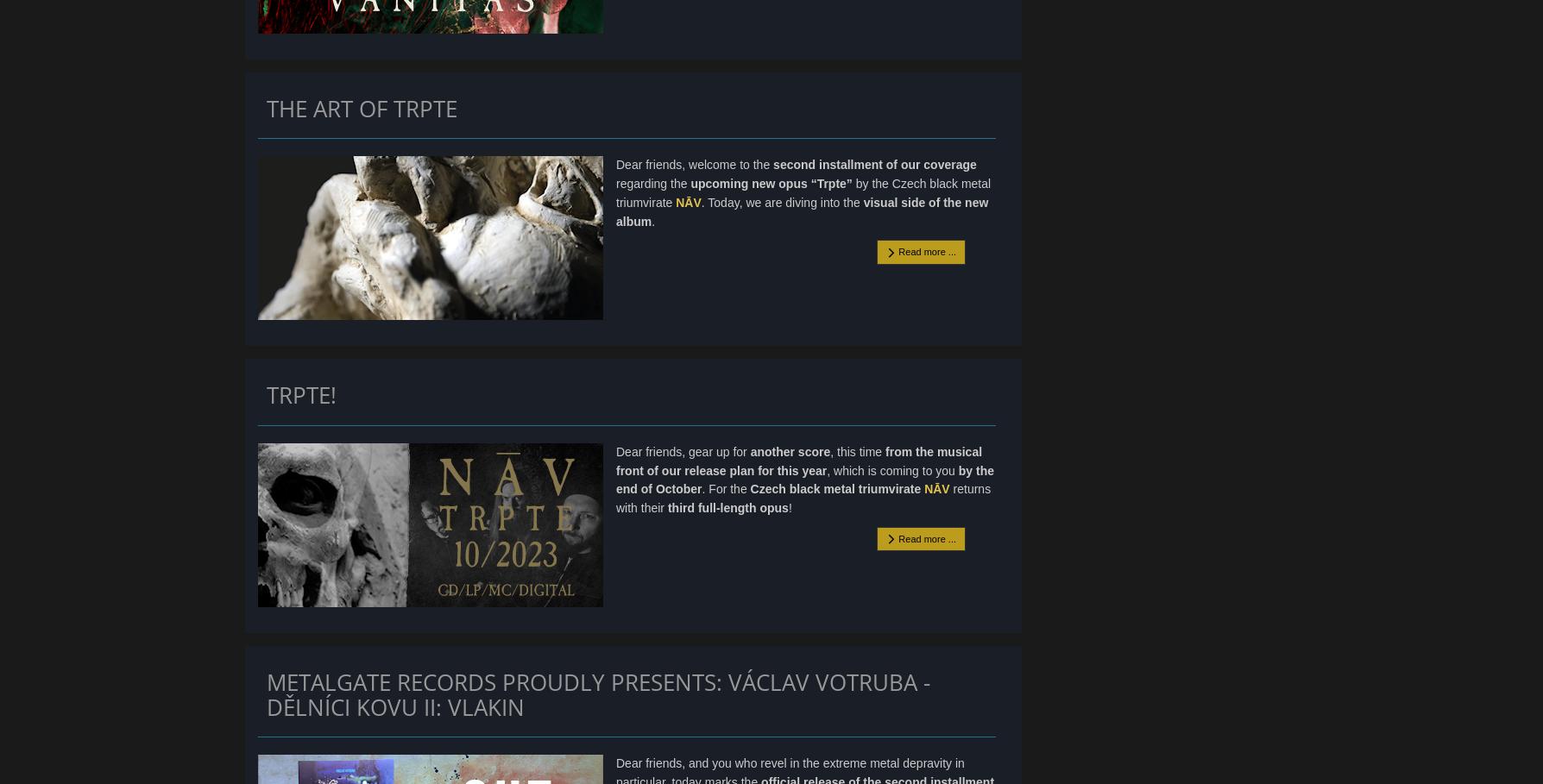 The image size is (1543, 784). What do you see at coordinates (725, 488) in the screenshot?
I see `'. For the'` at bounding box center [725, 488].